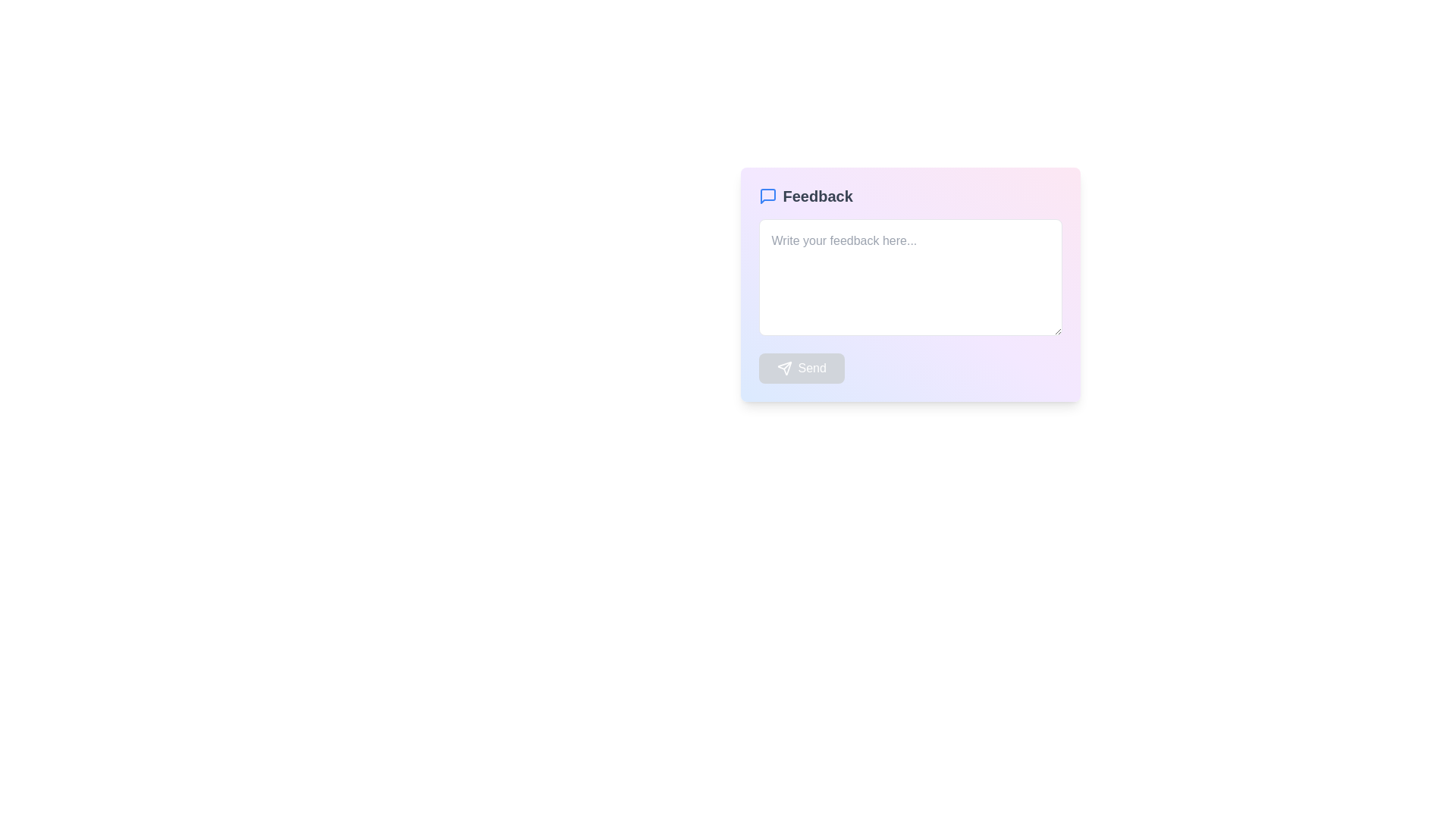  Describe the element at coordinates (767, 195) in the screenshot. I see `the chat bubble icon located to the left of the 'Feedback' text in the feedback dialog box` at that location.